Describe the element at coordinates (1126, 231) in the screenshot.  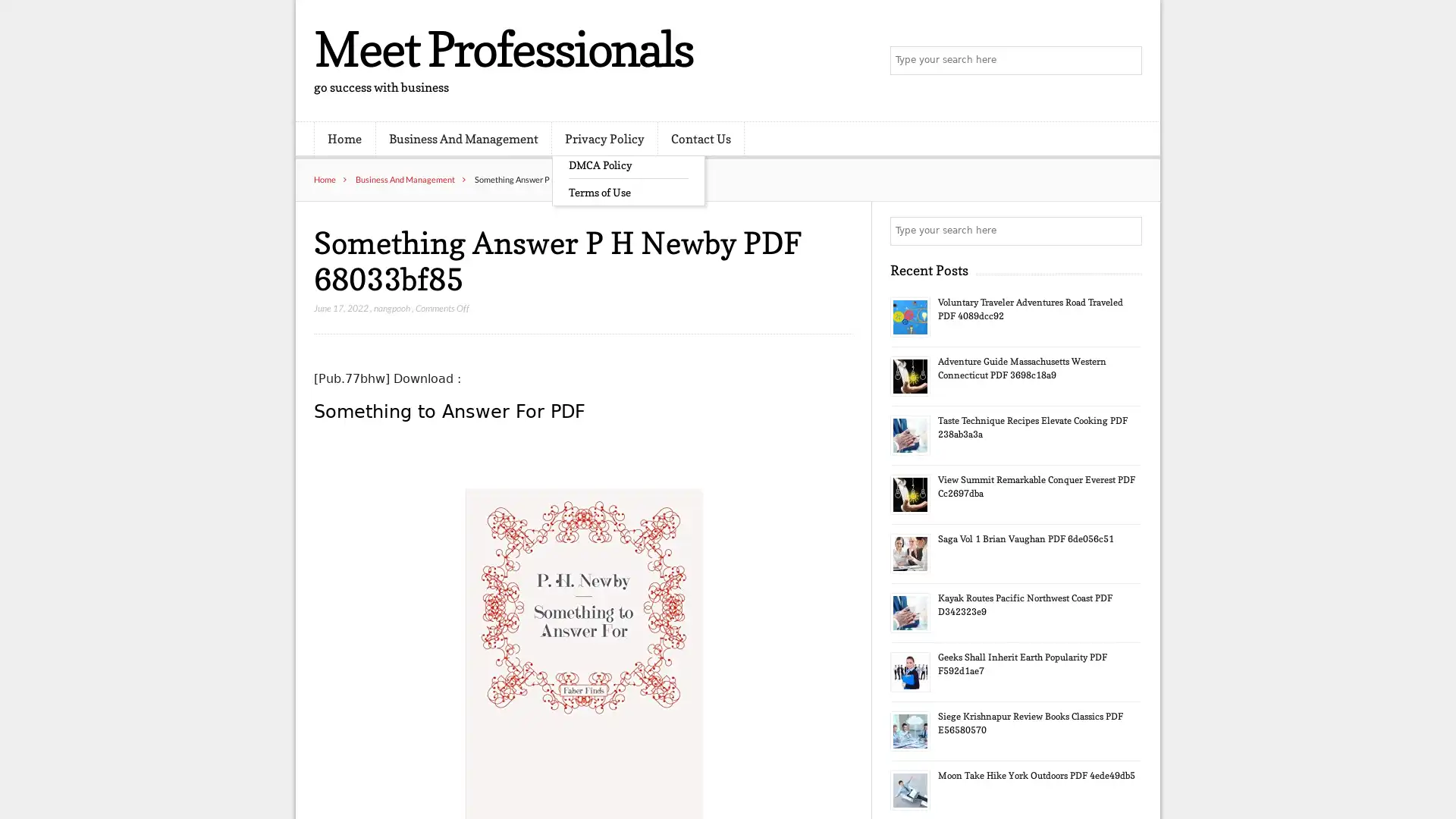
I see `Search` at that location.